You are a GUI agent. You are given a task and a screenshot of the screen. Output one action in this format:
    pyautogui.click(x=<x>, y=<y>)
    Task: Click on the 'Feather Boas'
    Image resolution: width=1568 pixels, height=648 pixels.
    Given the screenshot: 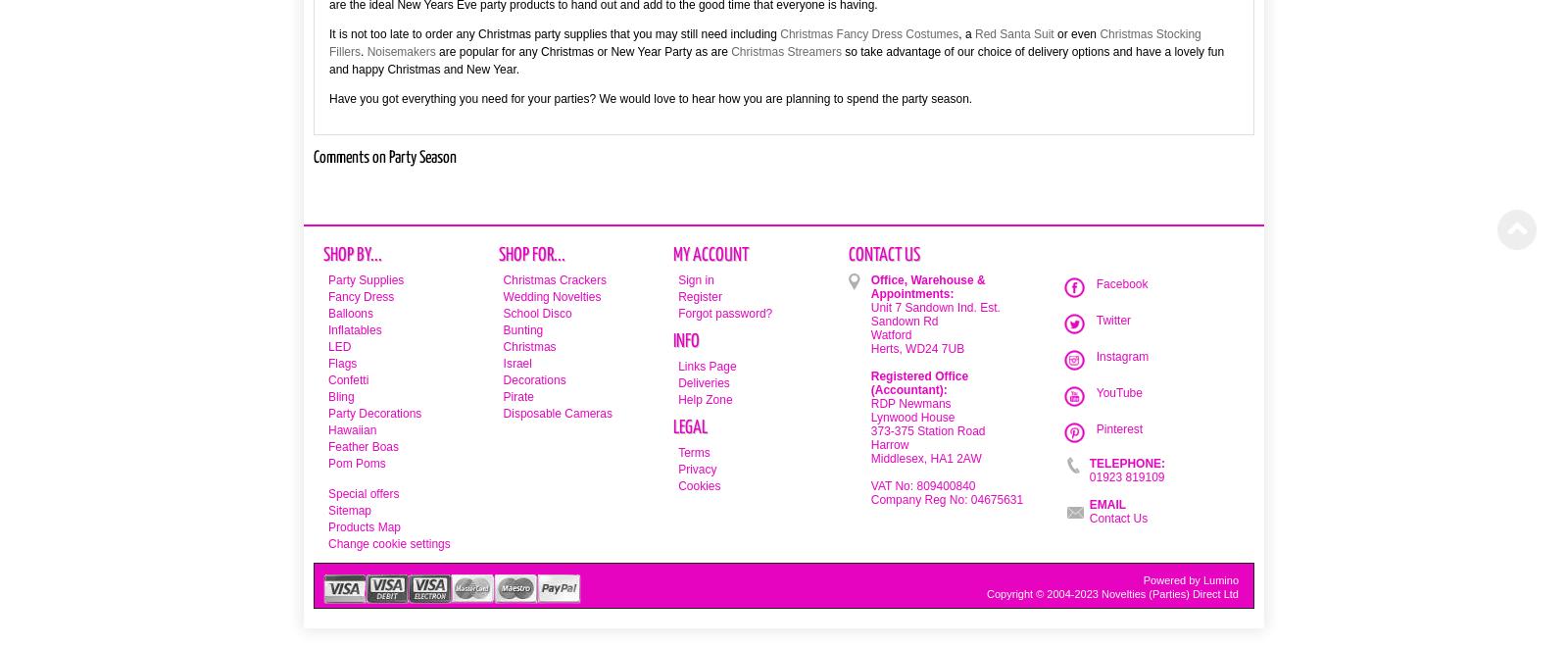 What is the action you would take?
    pyautogui.click(x=364, y=446)
    